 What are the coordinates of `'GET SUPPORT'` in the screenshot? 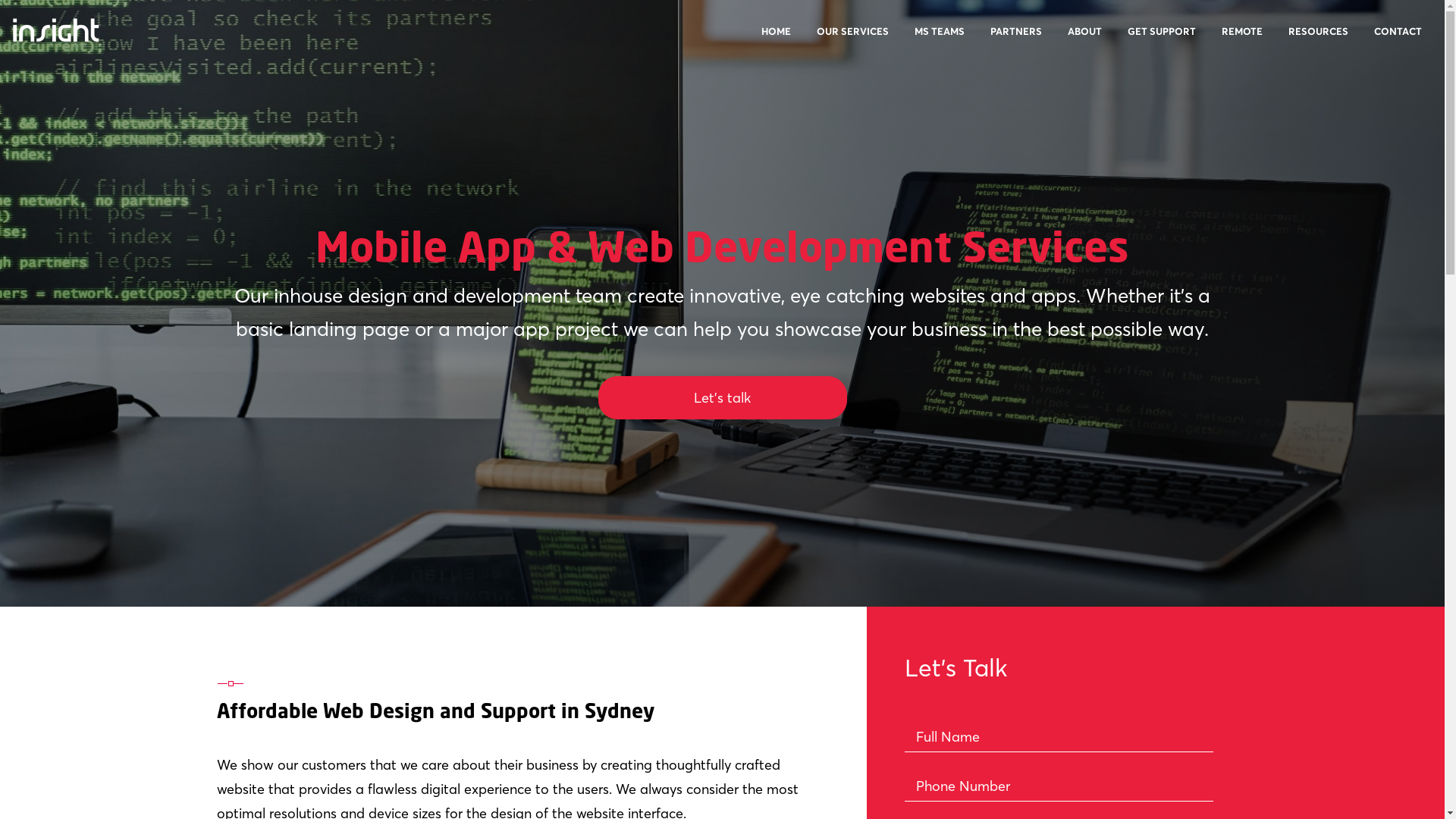 It's located at (1160, 39).